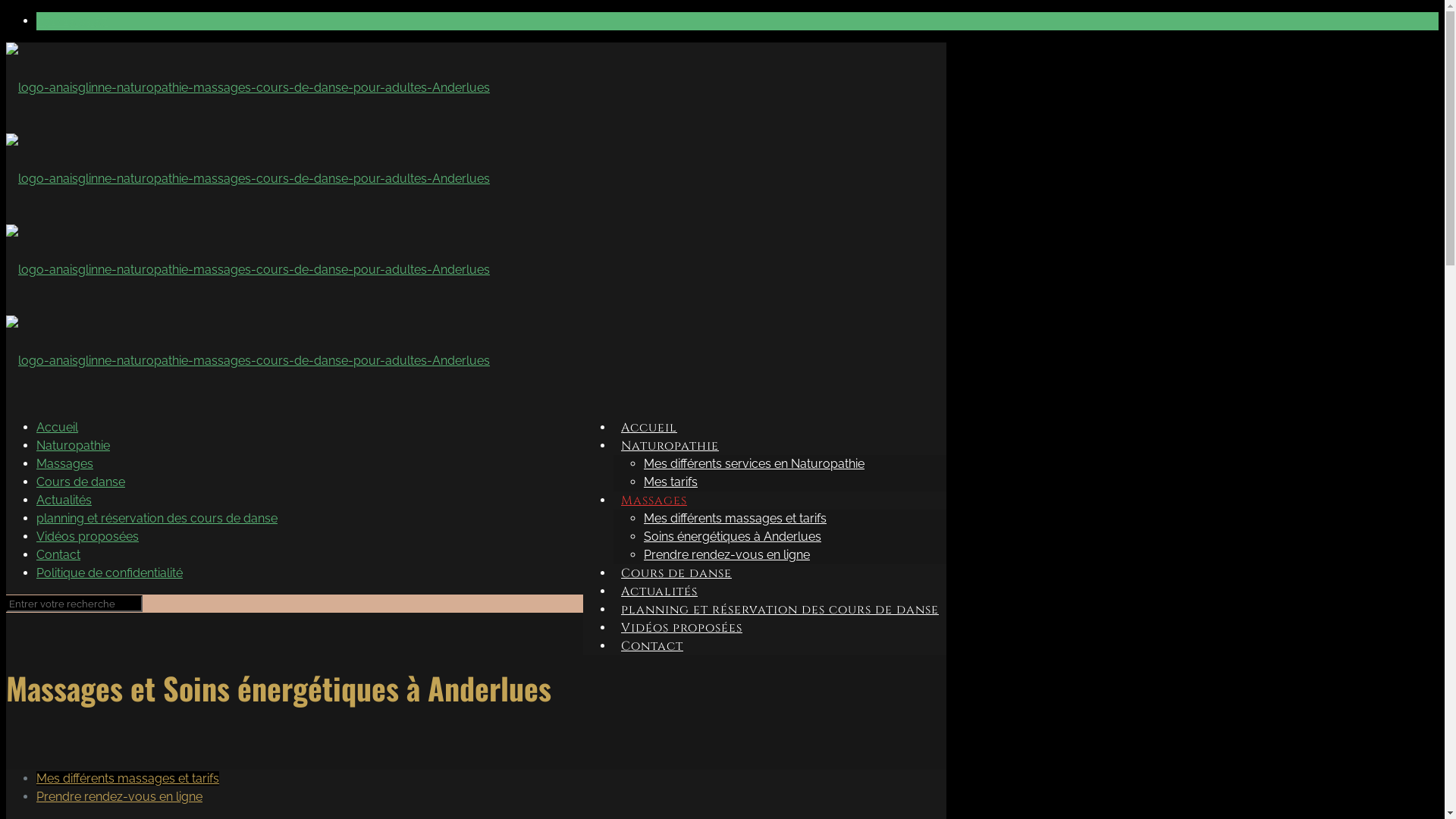 The width and height of the screenshot is (1456, 819). What do you see at coordinates (648, 427) in the screenshot?
I see `'Accueil'` at bounding box center [648, 427].